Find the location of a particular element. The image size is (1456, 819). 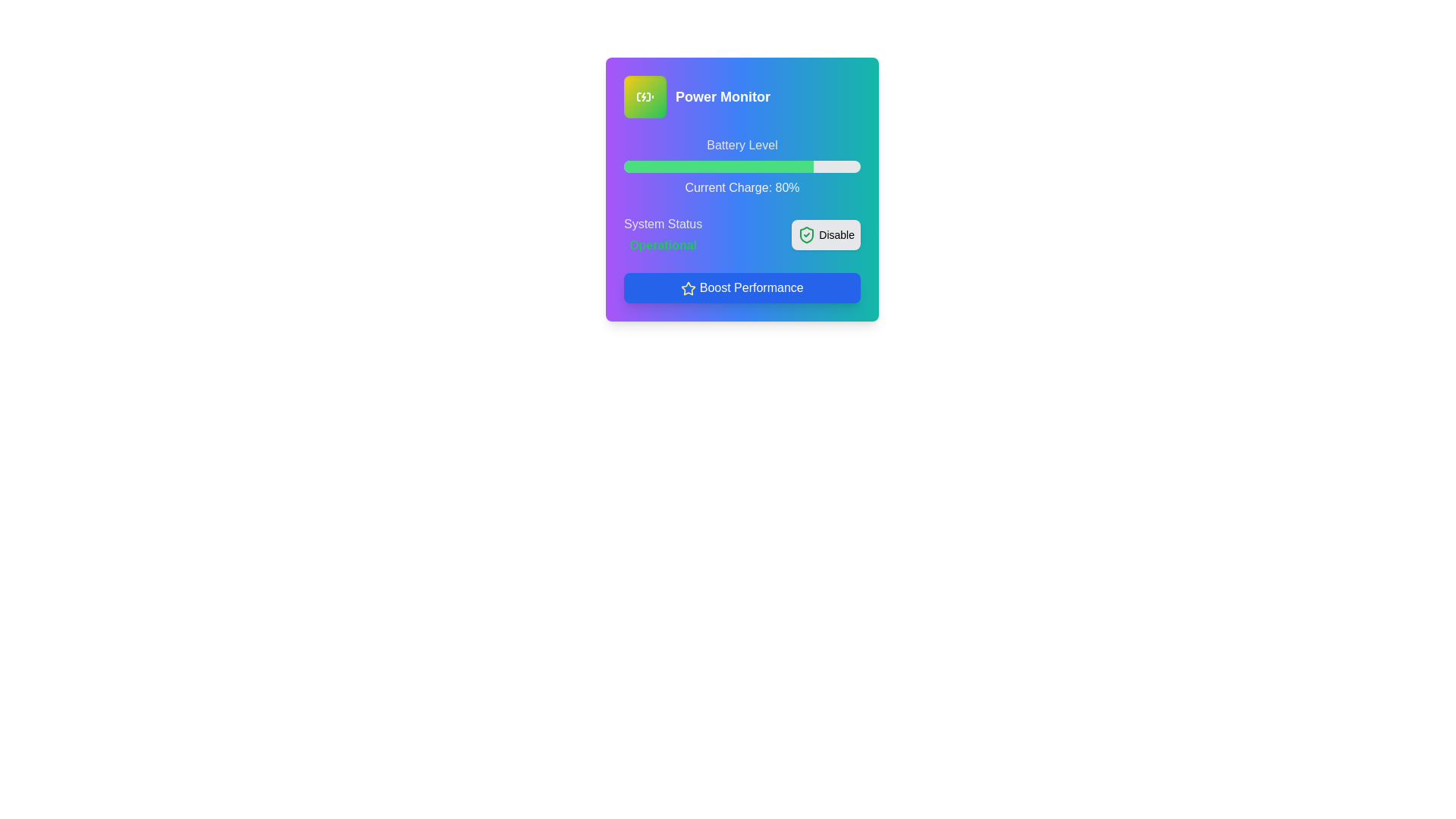

the visual indicator of the progress bar representing the battery level, which shows 'Current Charge: 80%' below it is located at coordinates (742, 166).